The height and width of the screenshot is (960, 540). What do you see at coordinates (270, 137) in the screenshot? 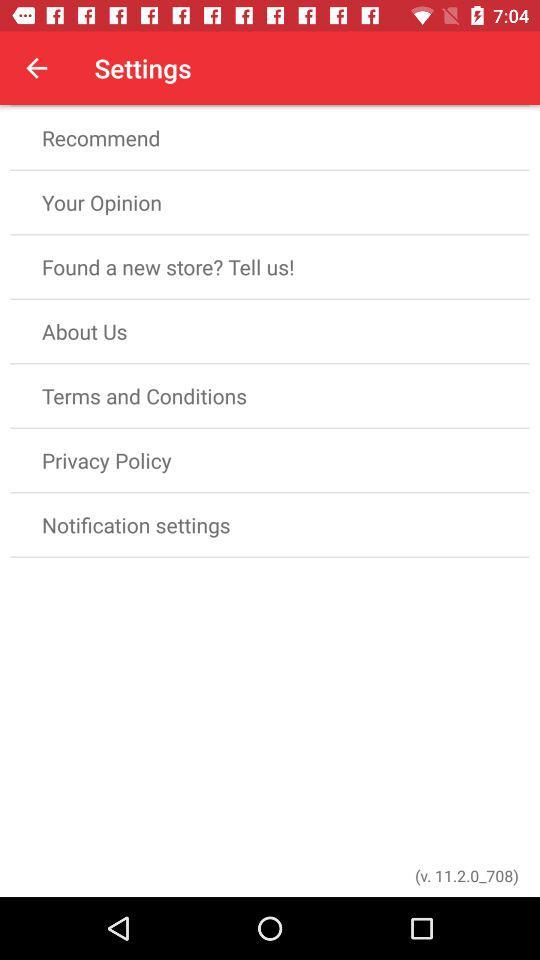
I see `the recommend icon` at bounding box center [270, 137].